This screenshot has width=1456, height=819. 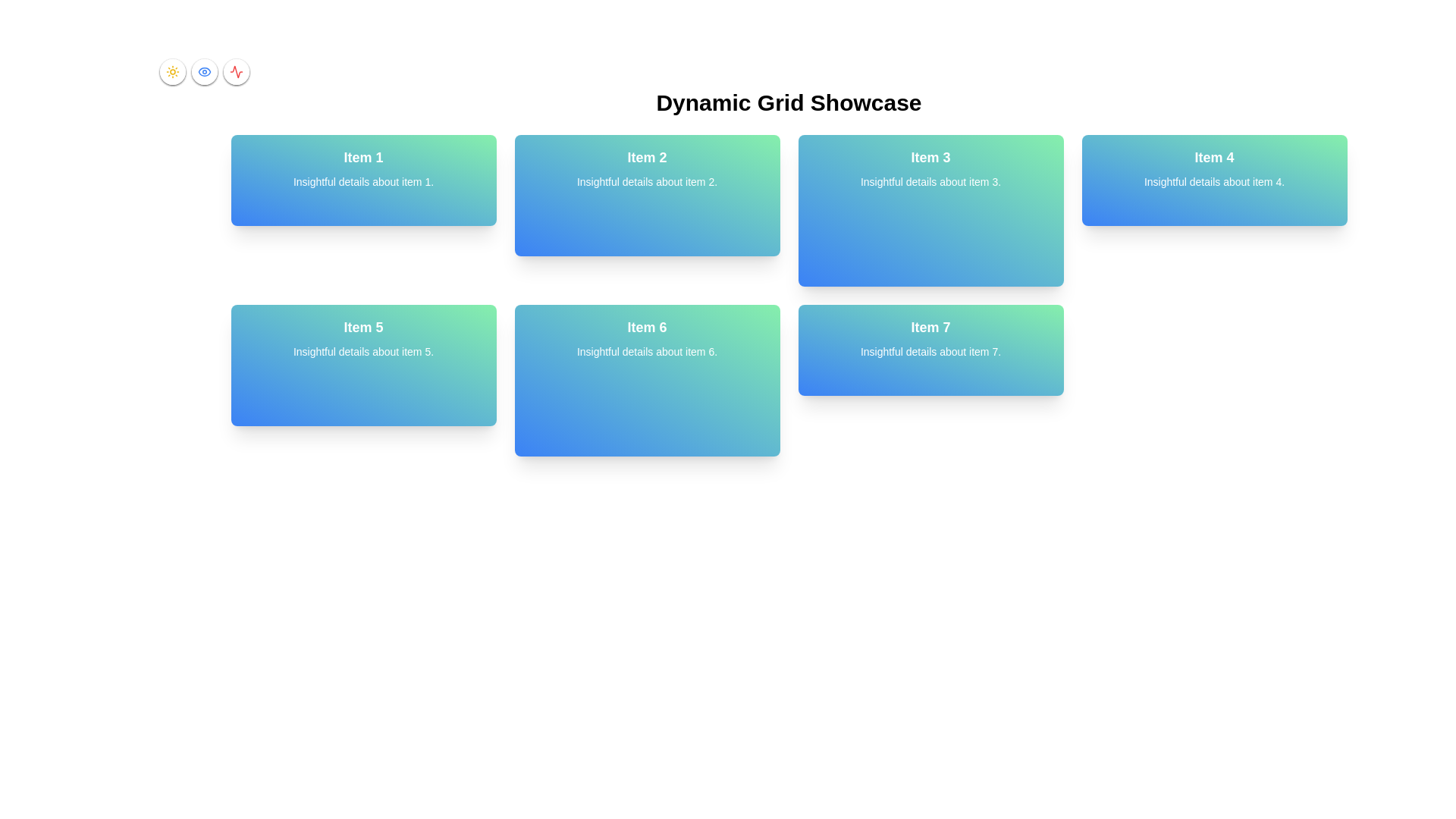 I want to click on text label displaying 'Item 7', which is styled with a bold font and white color on a gradient background, located in the bottom right card of the dynamic grid layout, so click(x=930, y=327).